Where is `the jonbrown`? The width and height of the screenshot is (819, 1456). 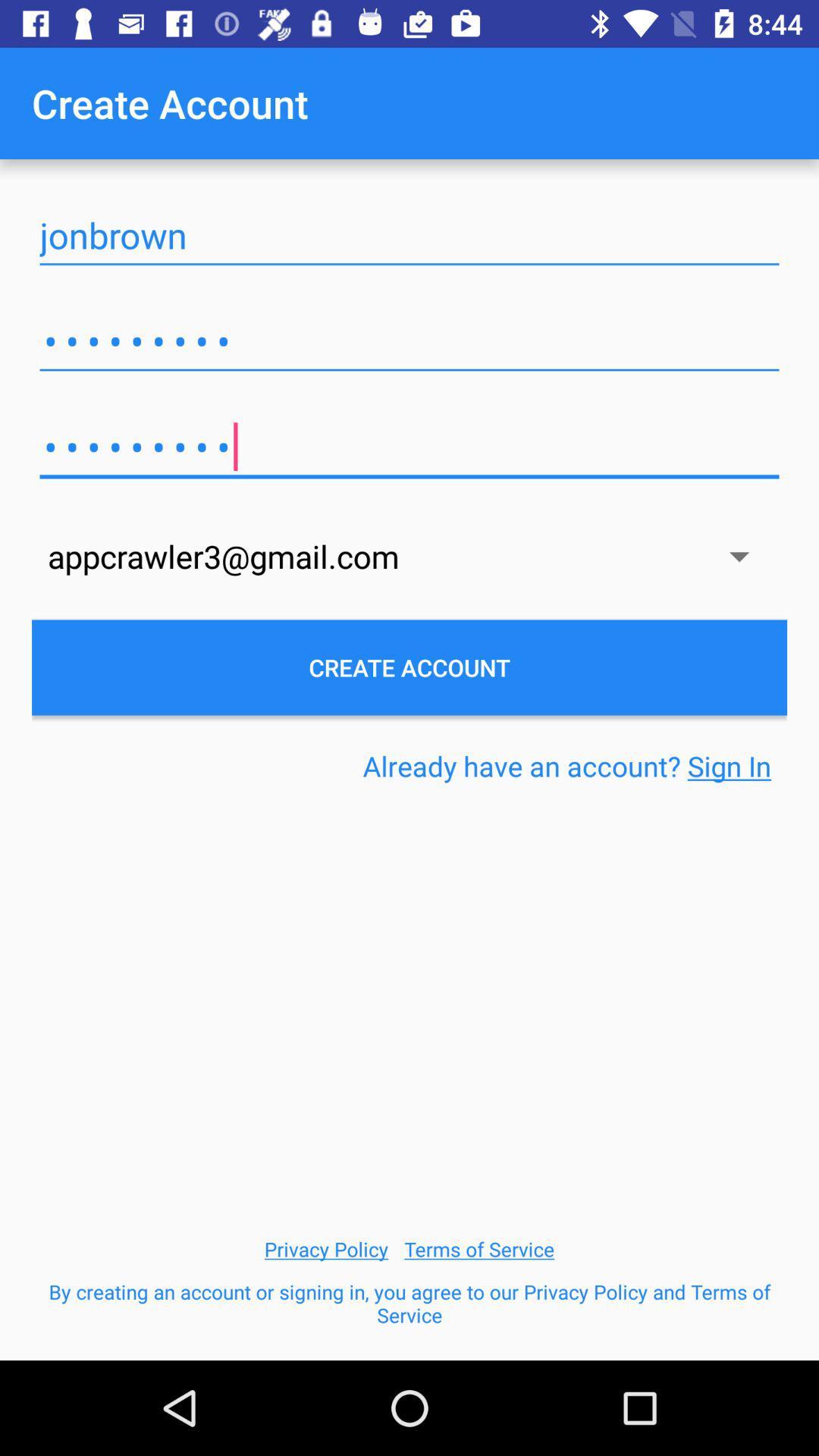
the jonbrown is located at coordinates (409, 235).